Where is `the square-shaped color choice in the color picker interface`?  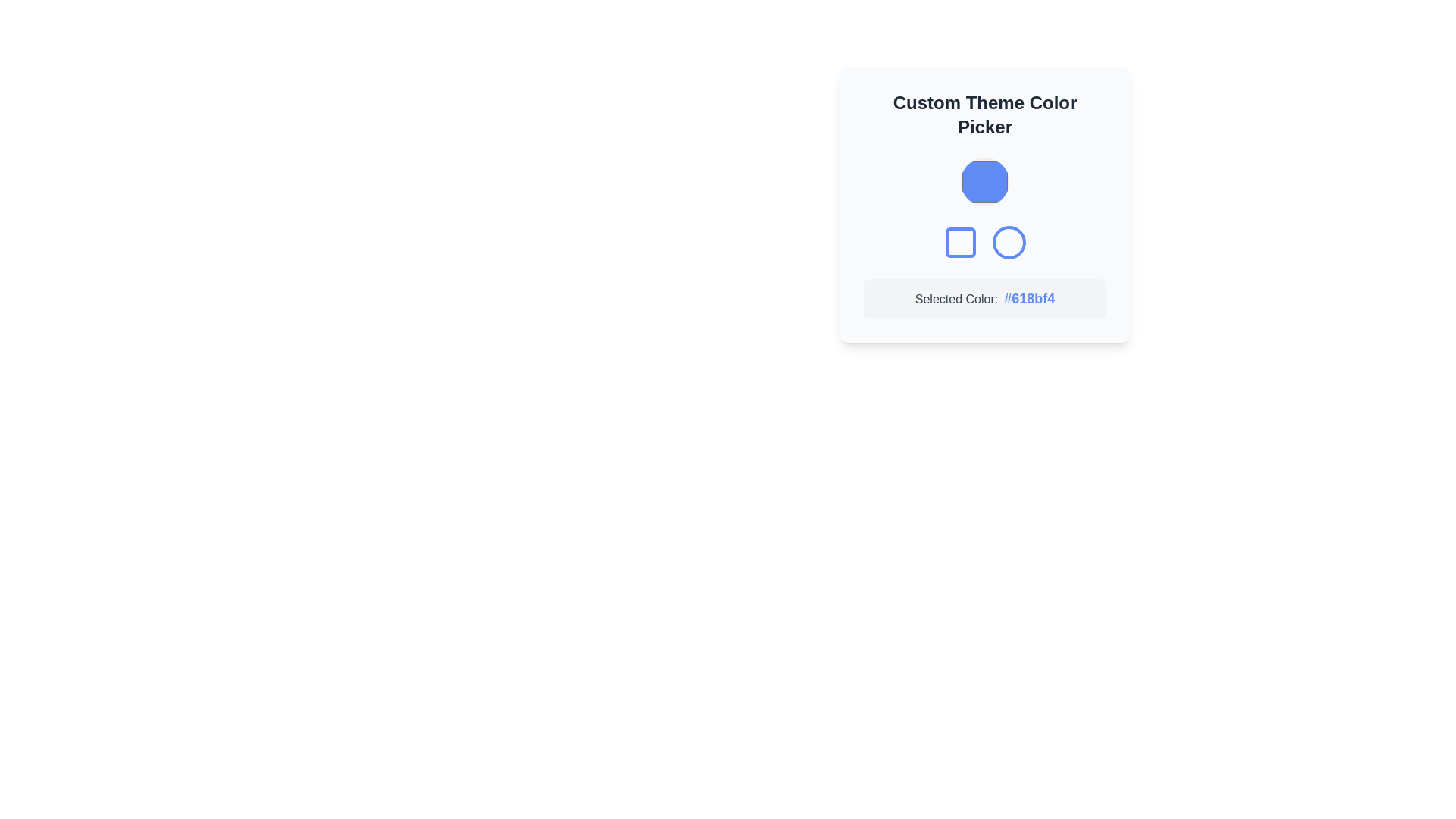 the square-shaped color choice in the color picker interface is located at coordinates (960, 242).